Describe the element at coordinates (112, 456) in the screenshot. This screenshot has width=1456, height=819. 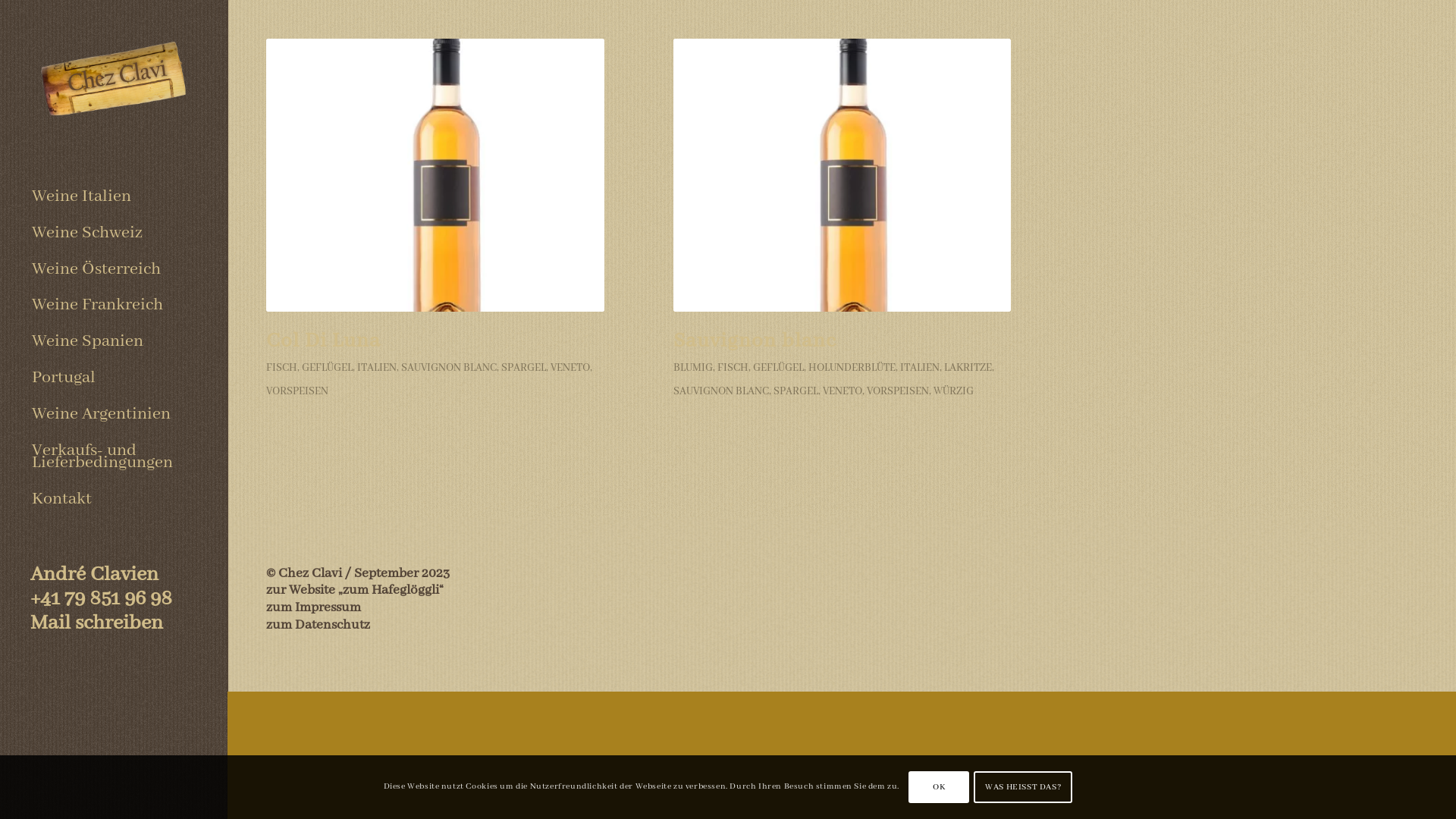
I see `'Verkaufs- und Lieferbedingungen'` at that location.